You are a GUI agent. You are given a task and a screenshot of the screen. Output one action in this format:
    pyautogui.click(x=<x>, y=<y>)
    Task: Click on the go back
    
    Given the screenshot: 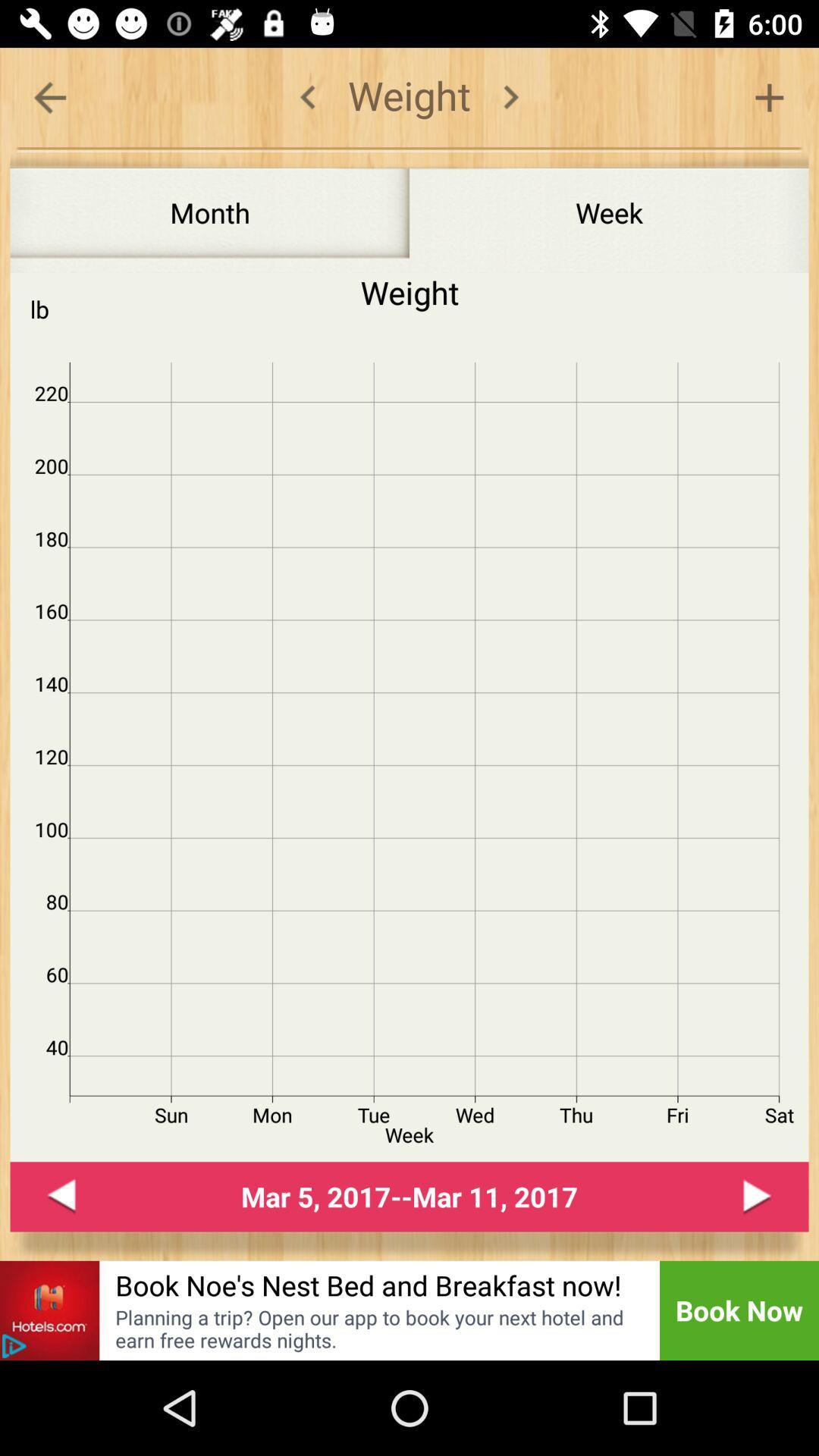 What is the action you would take?
    pyautogui.click(x=49, y=96)
    